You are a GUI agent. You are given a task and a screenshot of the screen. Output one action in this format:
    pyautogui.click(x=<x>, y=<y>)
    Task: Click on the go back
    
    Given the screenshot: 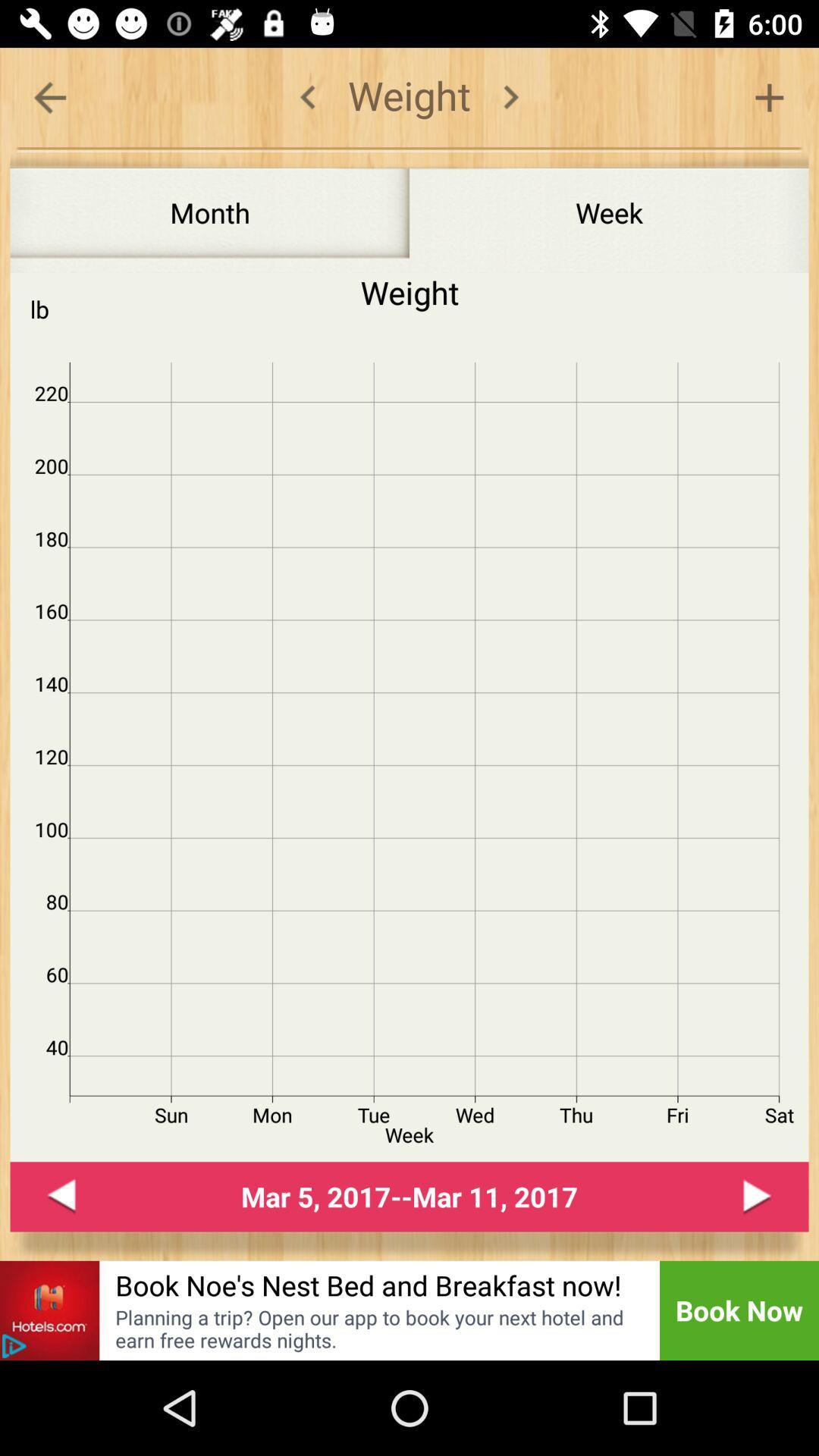 What is the action you would take?
    pyautogui.click(x=49, y=96)
    